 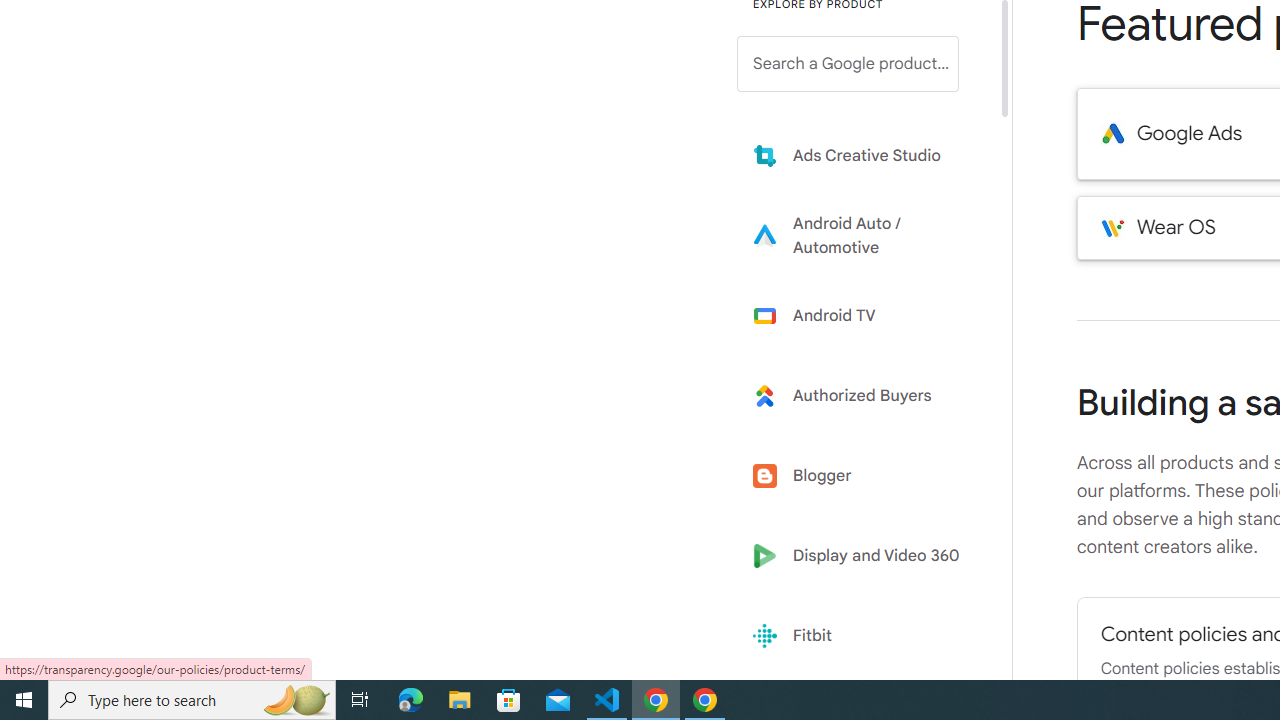 What do you see at coordinates (848, 63) in the screenshot?
I see `'Search a Google product from below list.'` at bounding box center [848, 63].